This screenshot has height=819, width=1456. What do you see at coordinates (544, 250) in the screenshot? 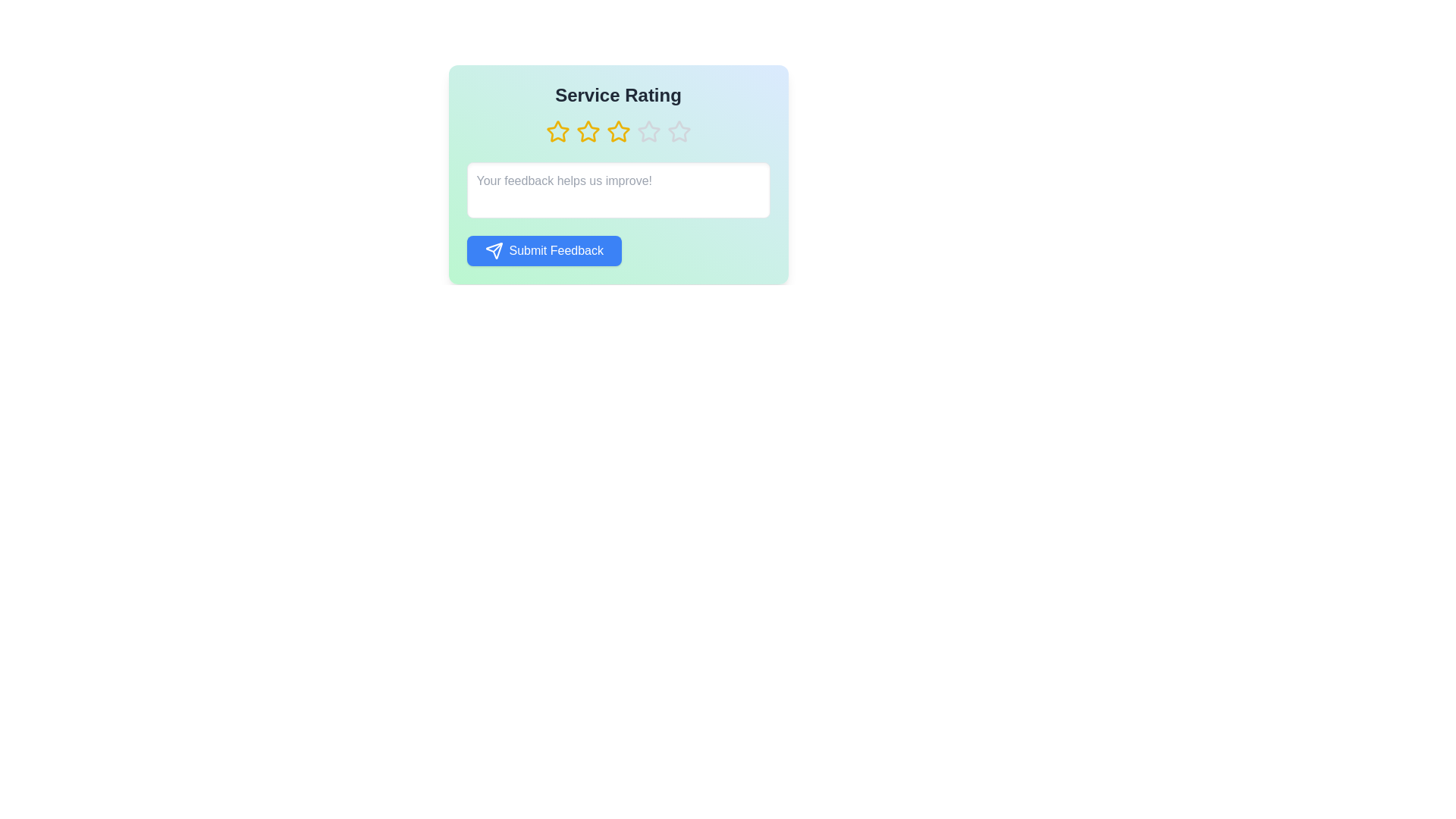
I see `the 'Submit Feedback' button, which is a rectangular button with rounded corners, blue background, and white text, located at the bottom of a card-like interface` at bounding box center [544, 250].